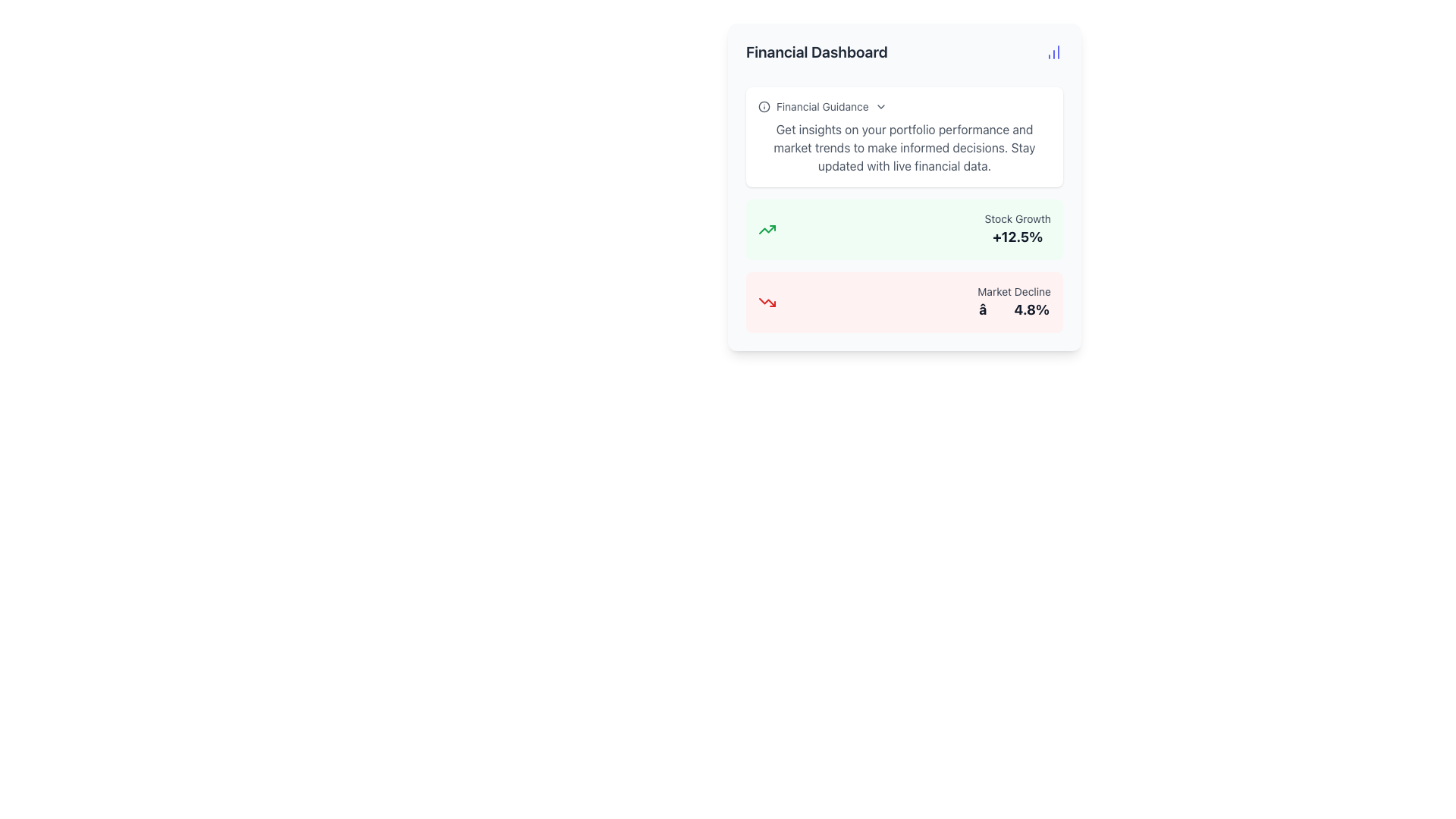 The height and width of the screenshot is (819, 1456). What do you see at coordinates (767, 230) in the screenshot?
I see `the upward trending icon representing growth` at bounding box center [767, 230].